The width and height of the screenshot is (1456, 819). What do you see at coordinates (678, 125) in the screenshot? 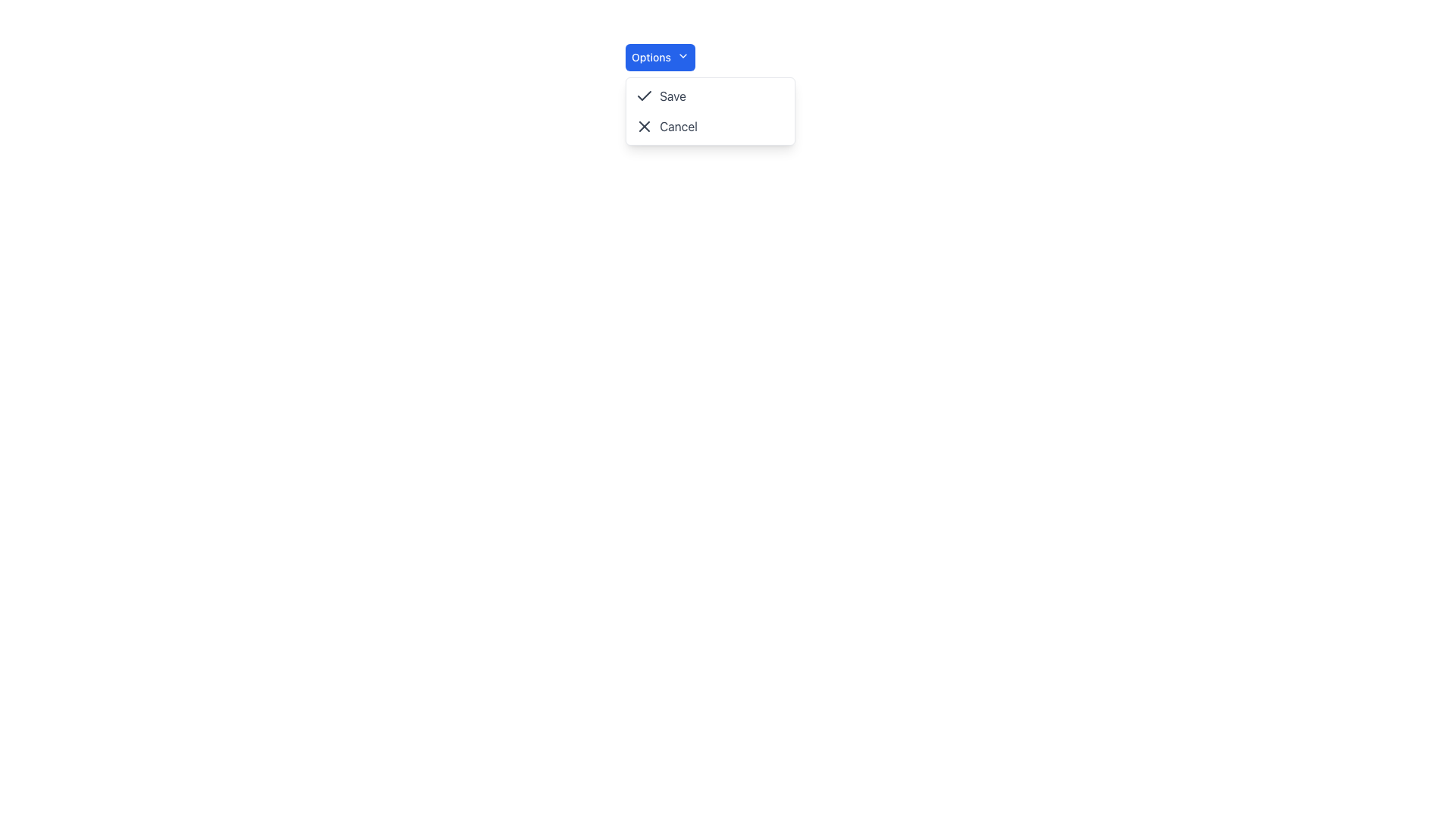
I see `the 'Cancel' text label located below the 'Save' option in the dropdown menu triggered by the 'Options' button` at bounding box center [678, 125].